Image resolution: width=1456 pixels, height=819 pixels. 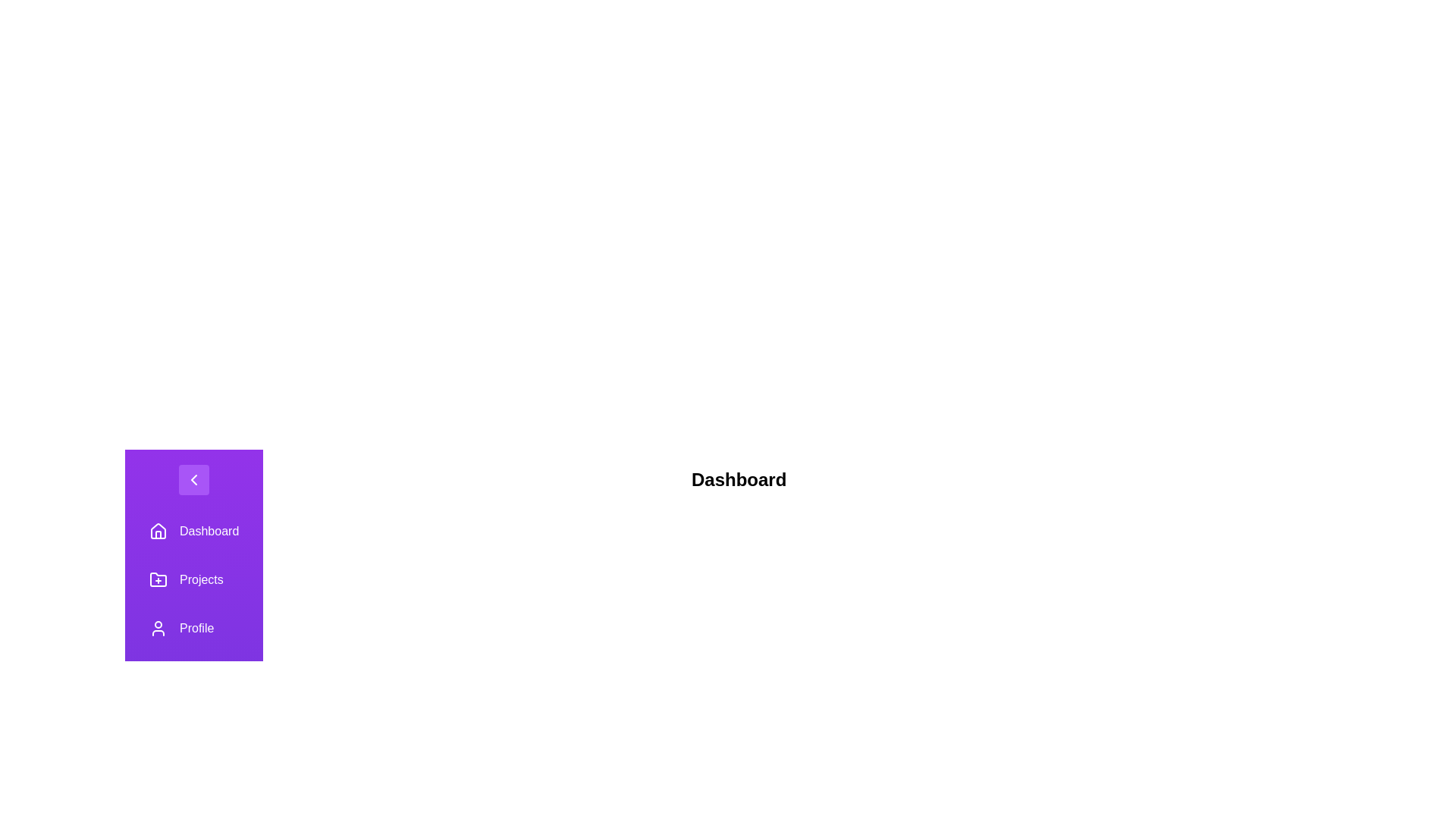 I want to click on the 'Dashboard' text label, so click(x=739, y=479).